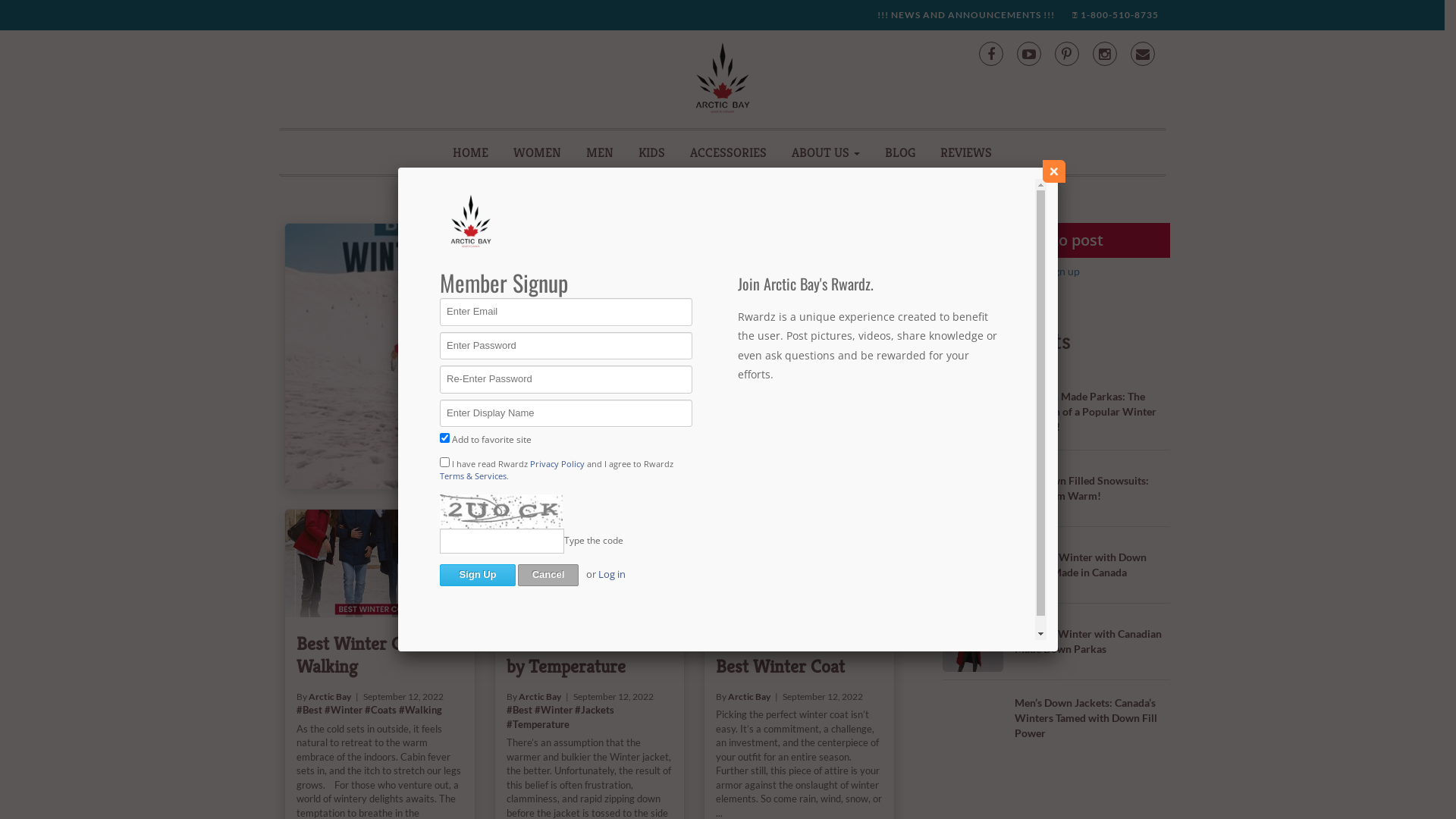  I want to click on 'Login to post', so click(1055, 239).